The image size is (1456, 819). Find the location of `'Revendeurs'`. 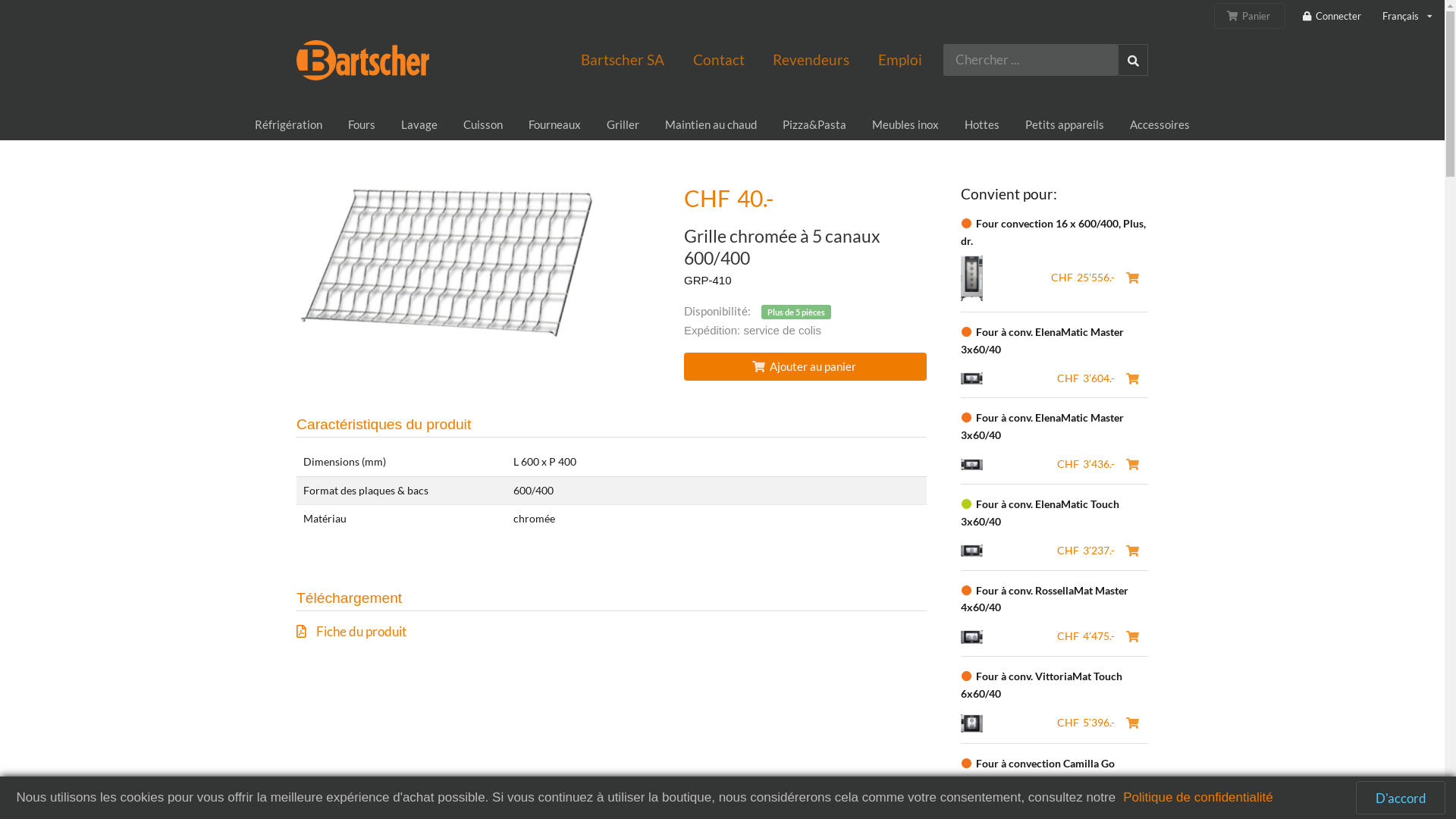

'Revendeurs' is located at coordinates (810, 58).